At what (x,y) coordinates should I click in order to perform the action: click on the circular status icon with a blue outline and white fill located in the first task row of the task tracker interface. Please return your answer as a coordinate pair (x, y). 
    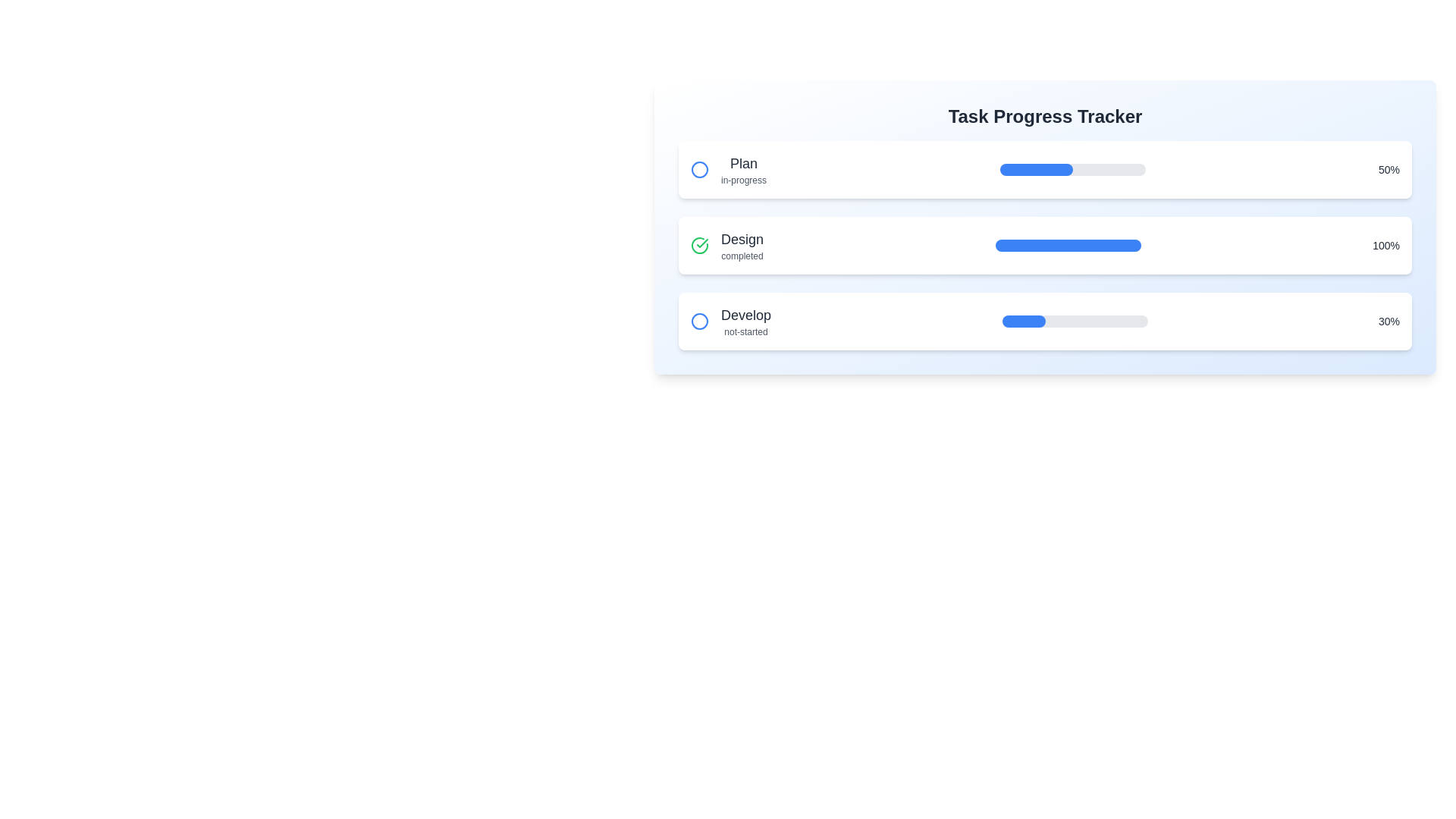
    Looking at the image, I should click on (698, 169).